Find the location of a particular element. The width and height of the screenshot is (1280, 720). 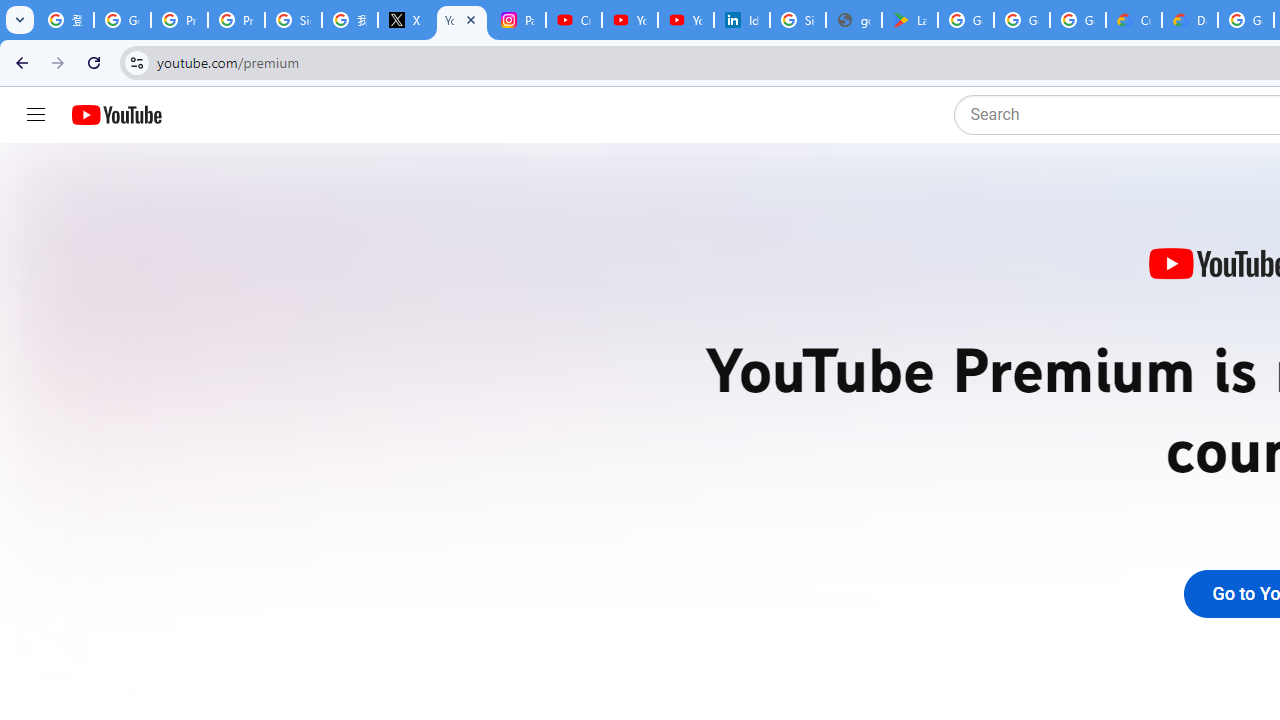

'Privacy Help Center - Policies Help' is located at coordinates (179, 20).